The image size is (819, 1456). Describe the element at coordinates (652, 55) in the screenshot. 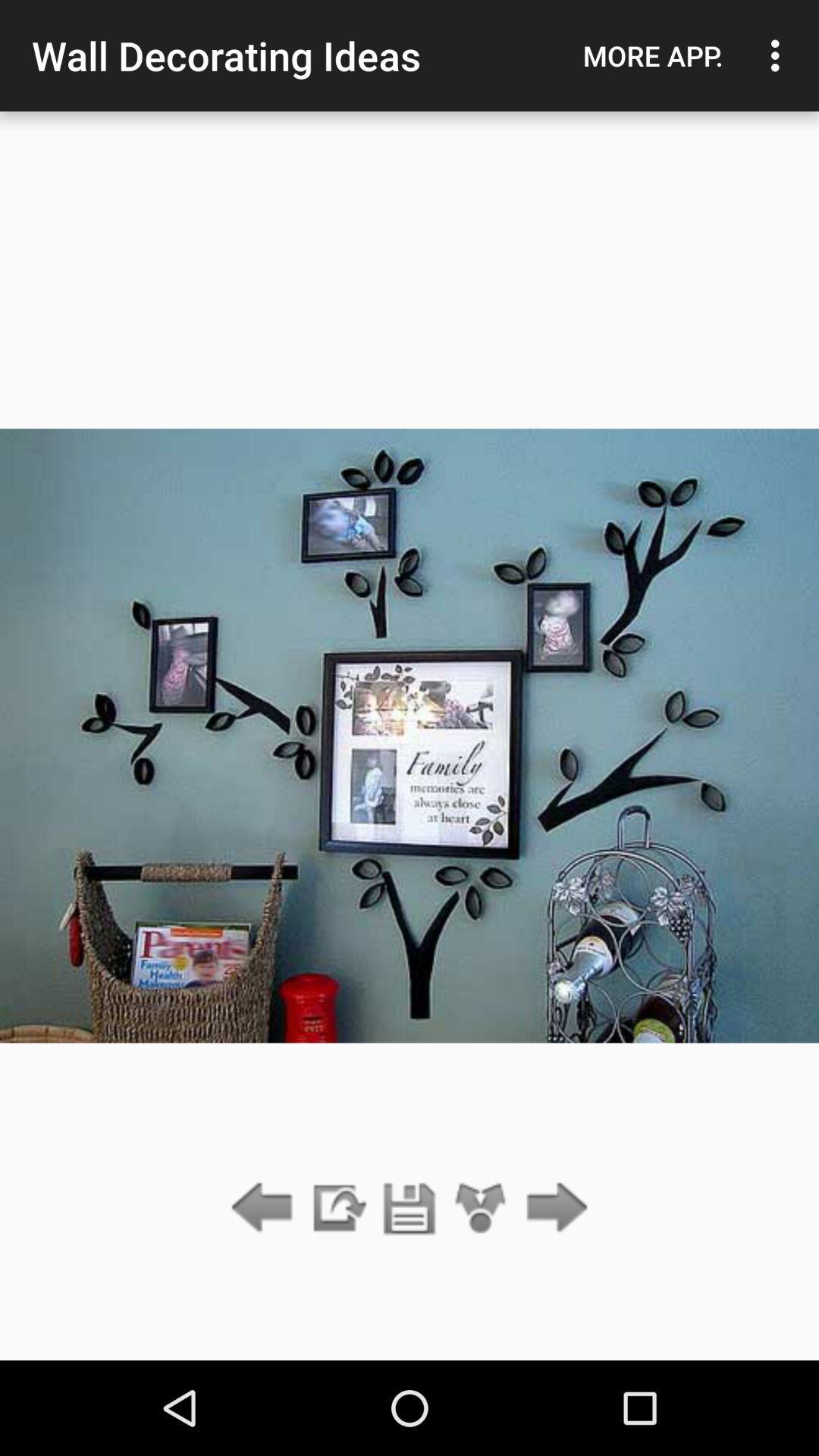

I see `the item to the right of wall decorating ideas item` at that location.